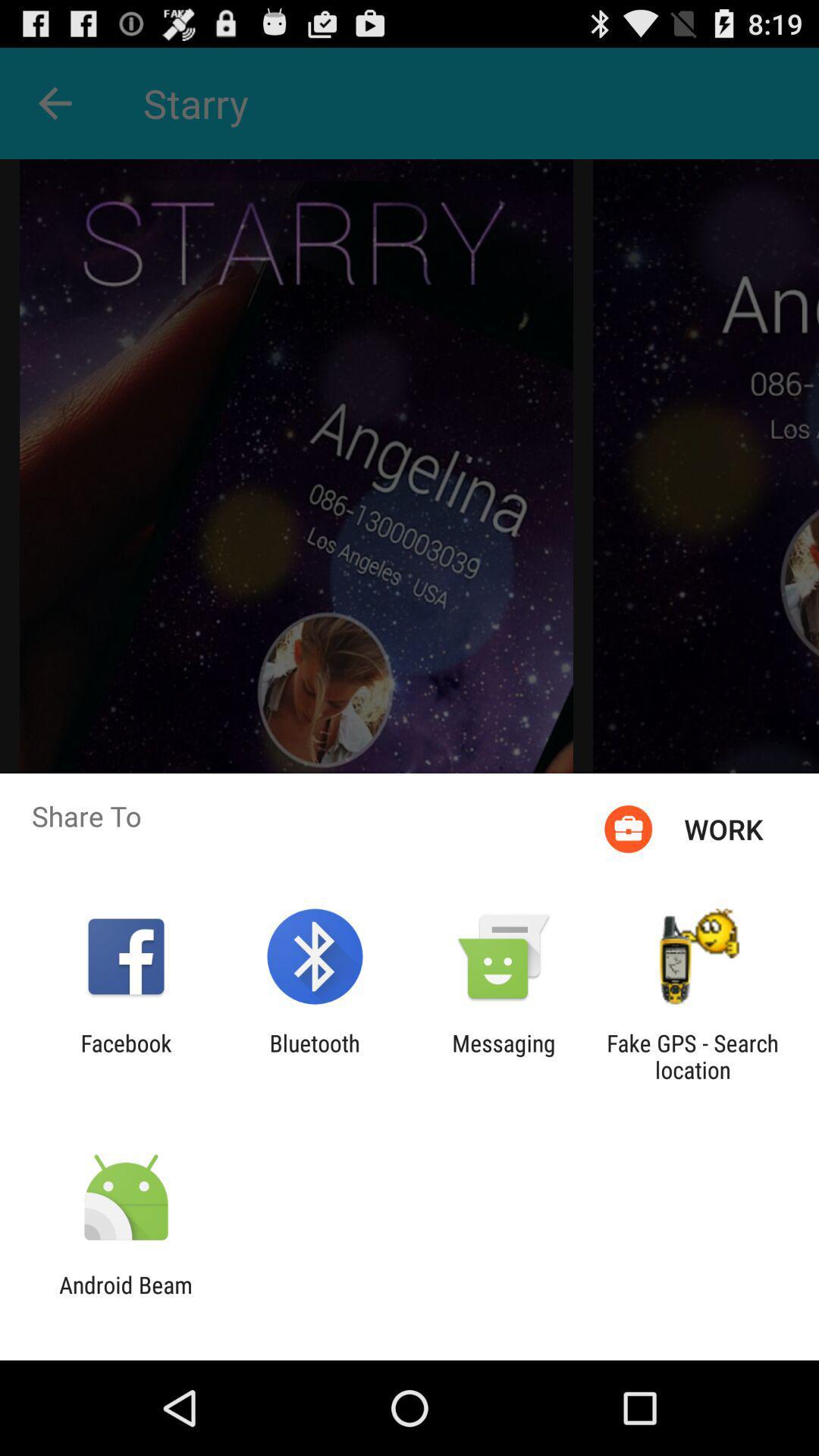 The height and width of the screenshot is (1456, 819). I want to click on icon next to the messaging, so click(314, 1056).